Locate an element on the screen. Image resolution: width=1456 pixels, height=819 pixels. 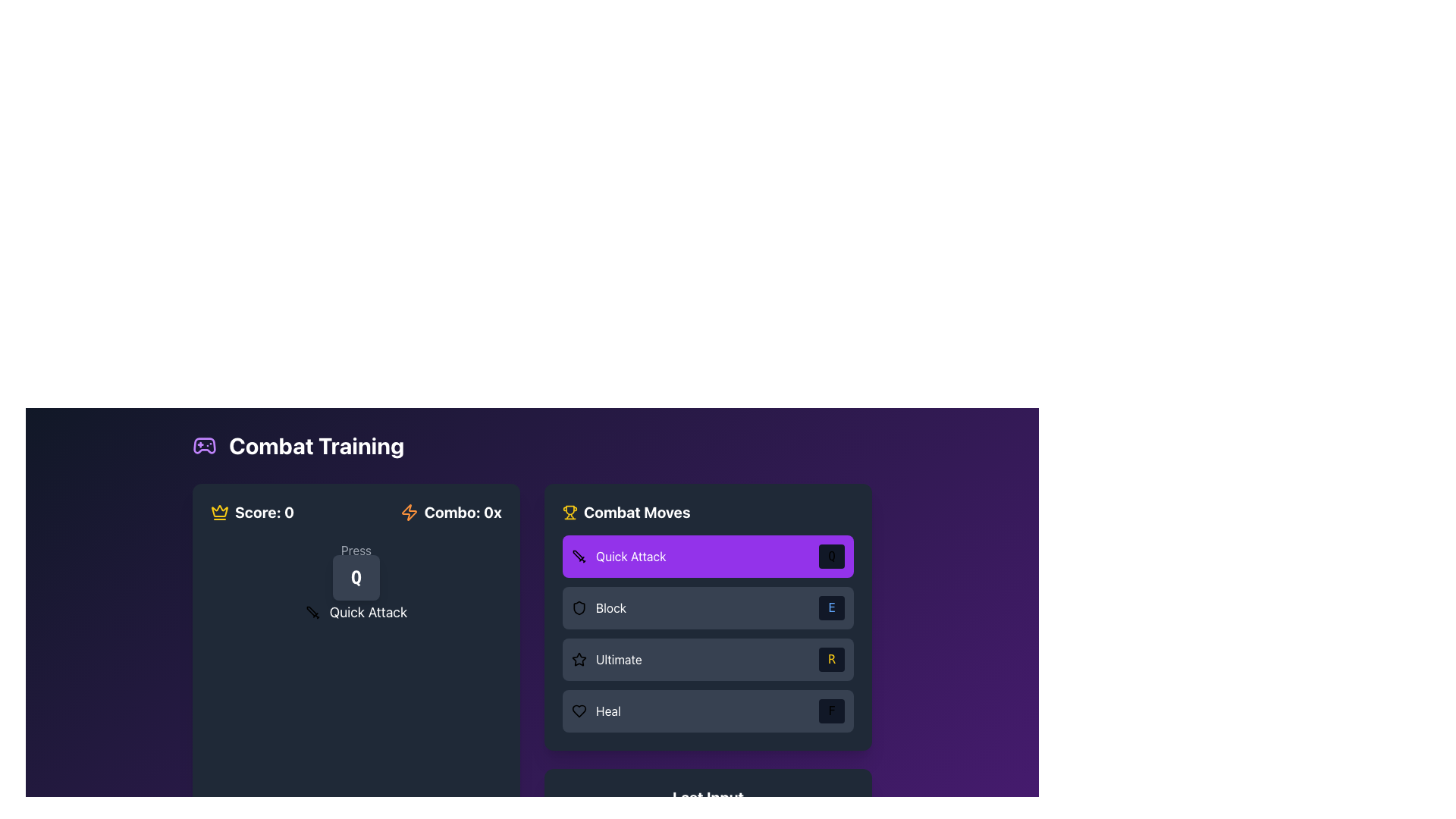
the static text display element that shows 'Combo: 0x', which is styled in bold white font and located to the right of an orange lightning icon is located at coordinates (462, 512).